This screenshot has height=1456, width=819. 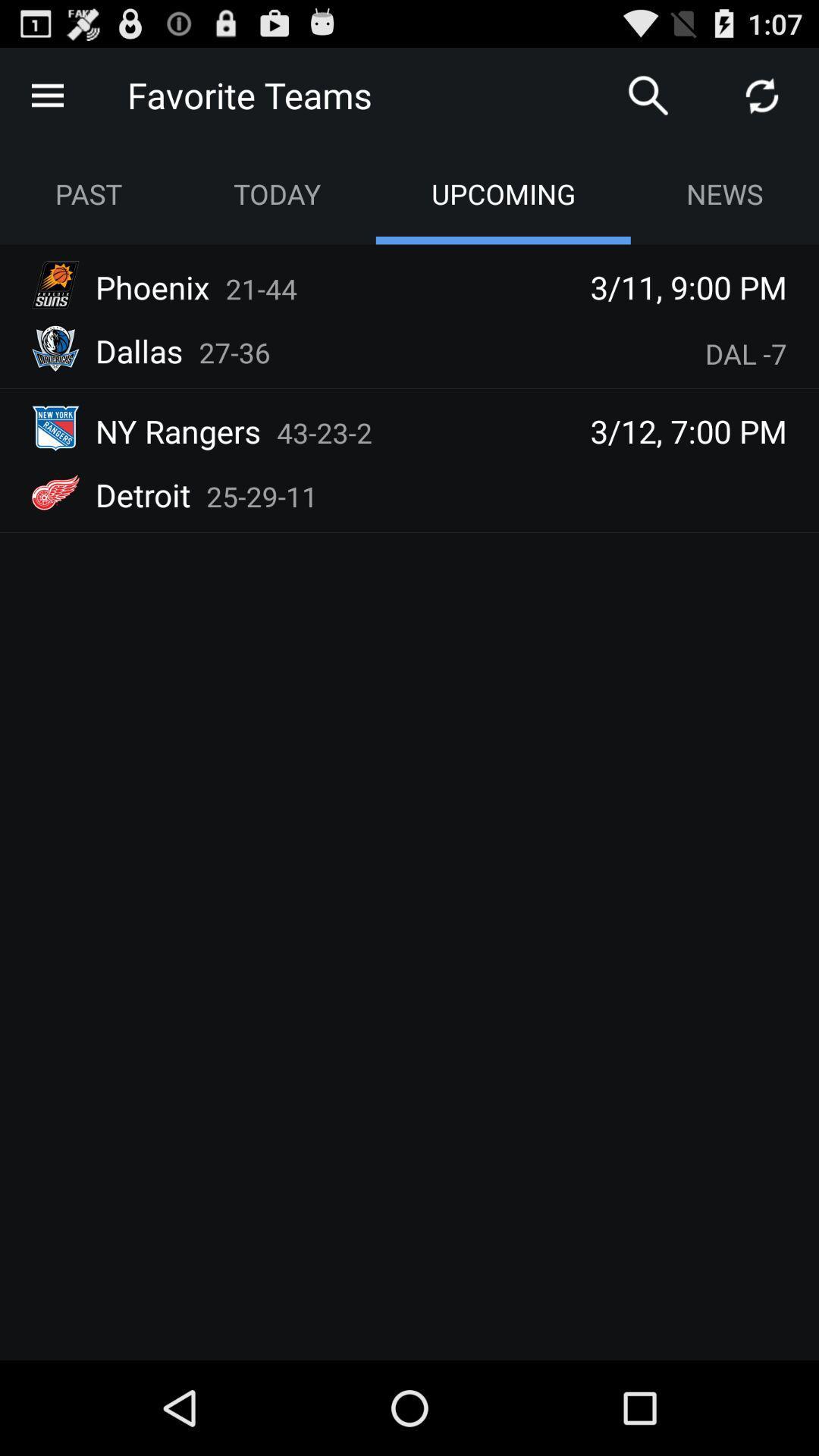 What do you see at coordinates (762, 94) in the screenshot?
I see `share` at bounding box center [762, 94].